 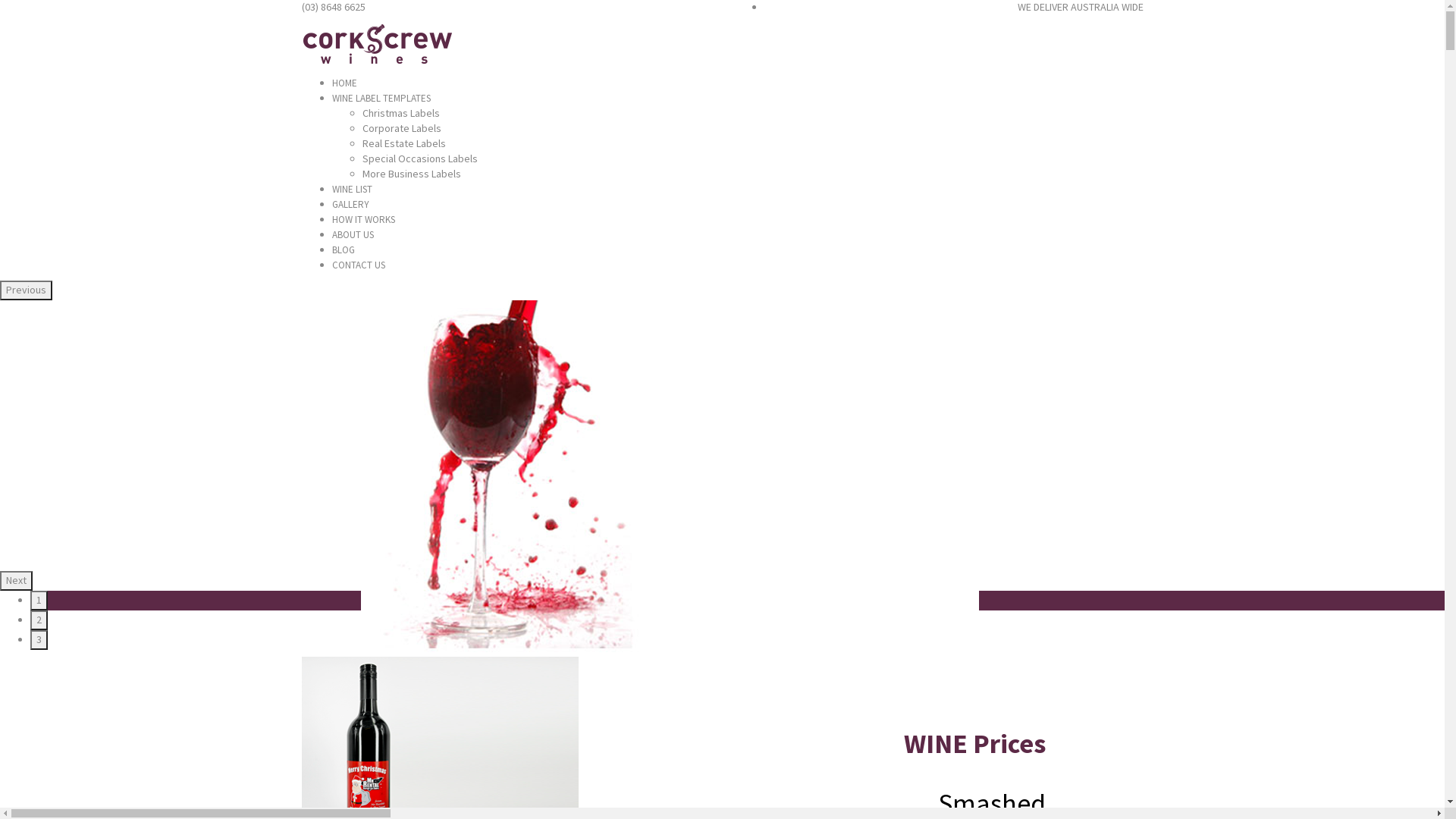 What do you see at coordinates (30, 599) in the screenshot?
I see `'1'` at bounding box center [30, 599].